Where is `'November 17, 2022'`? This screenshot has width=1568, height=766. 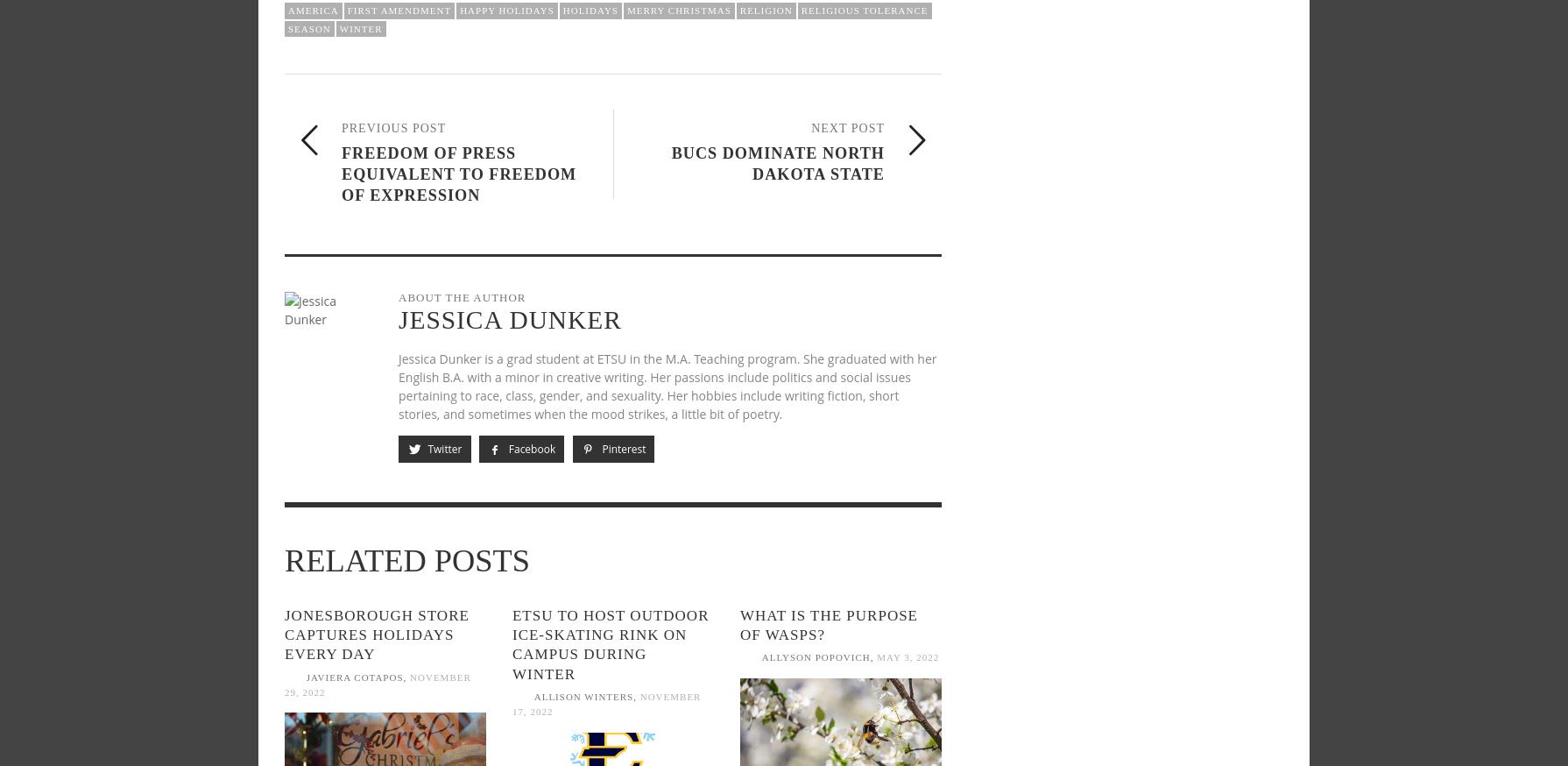
'November 17, 2022' is located at coordinates (605, 704).